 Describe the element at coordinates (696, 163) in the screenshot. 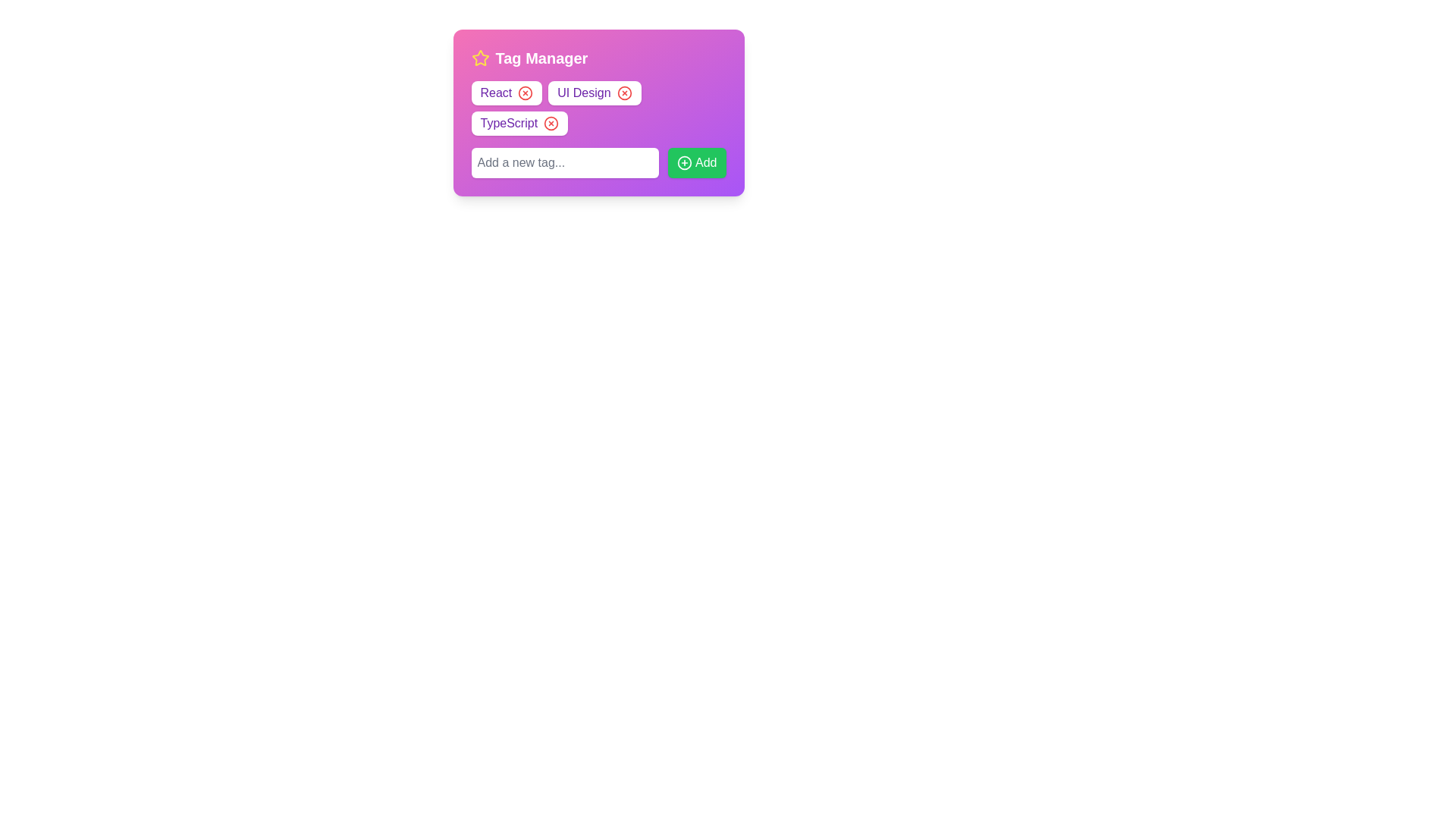

I see `the green 'Add' button located at the bottom right corner of the group, adjacent to the input box labeled 'Add a new tag...'` at that location.